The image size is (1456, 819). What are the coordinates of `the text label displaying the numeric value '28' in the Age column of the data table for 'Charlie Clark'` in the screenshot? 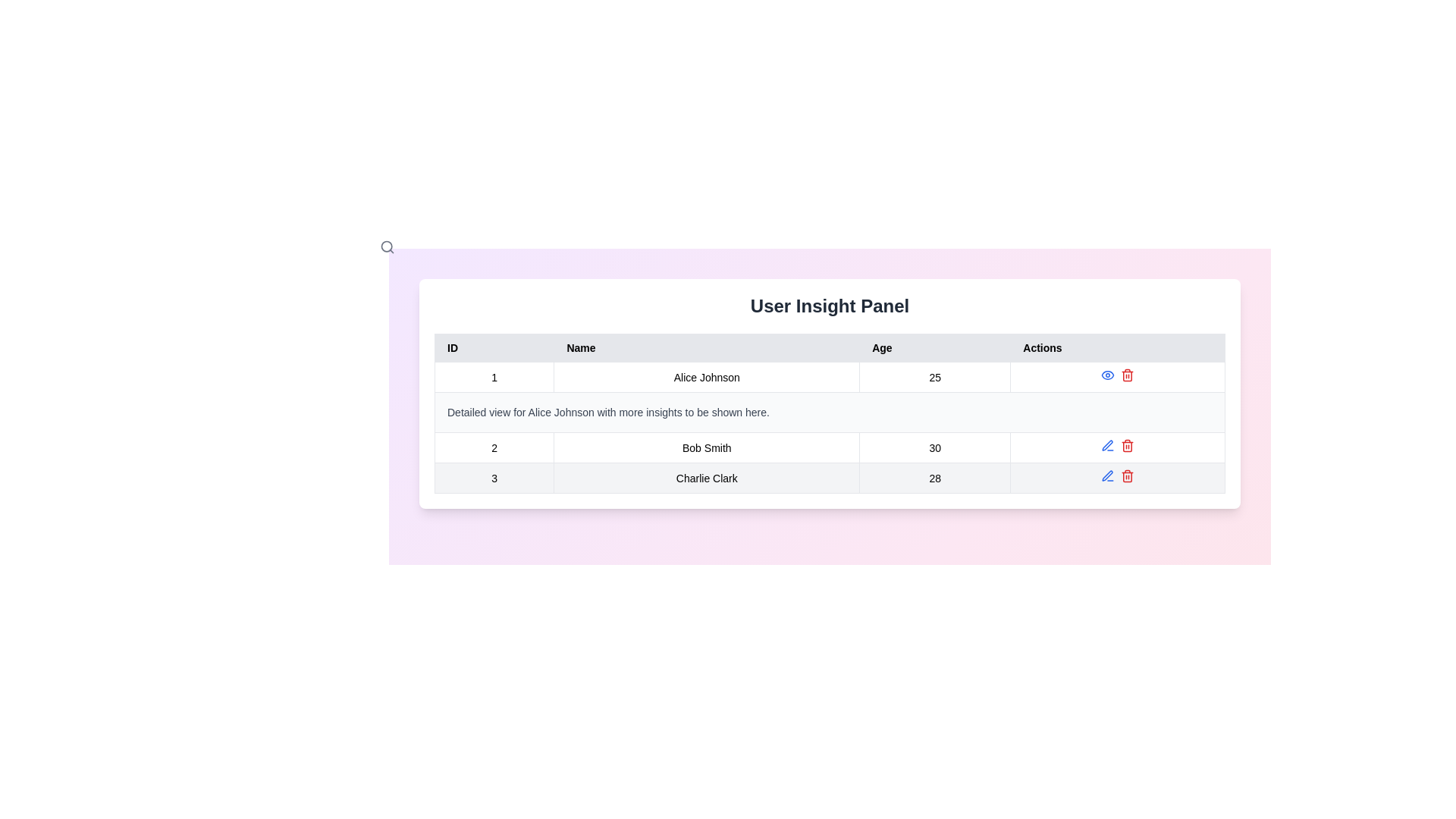 It's located at (934, 478).